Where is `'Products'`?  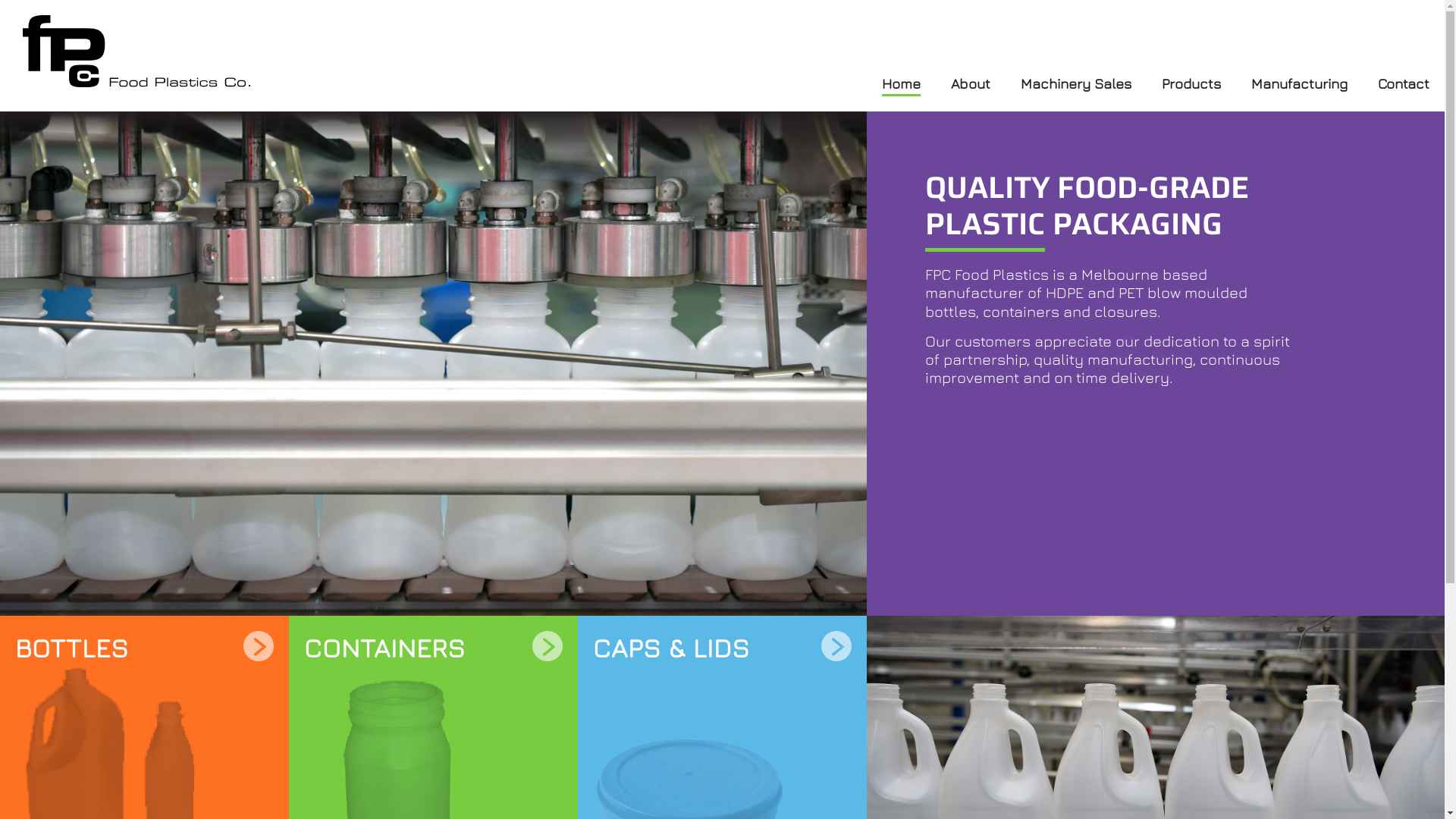
'Products' is located at coordinates (1190, 84).